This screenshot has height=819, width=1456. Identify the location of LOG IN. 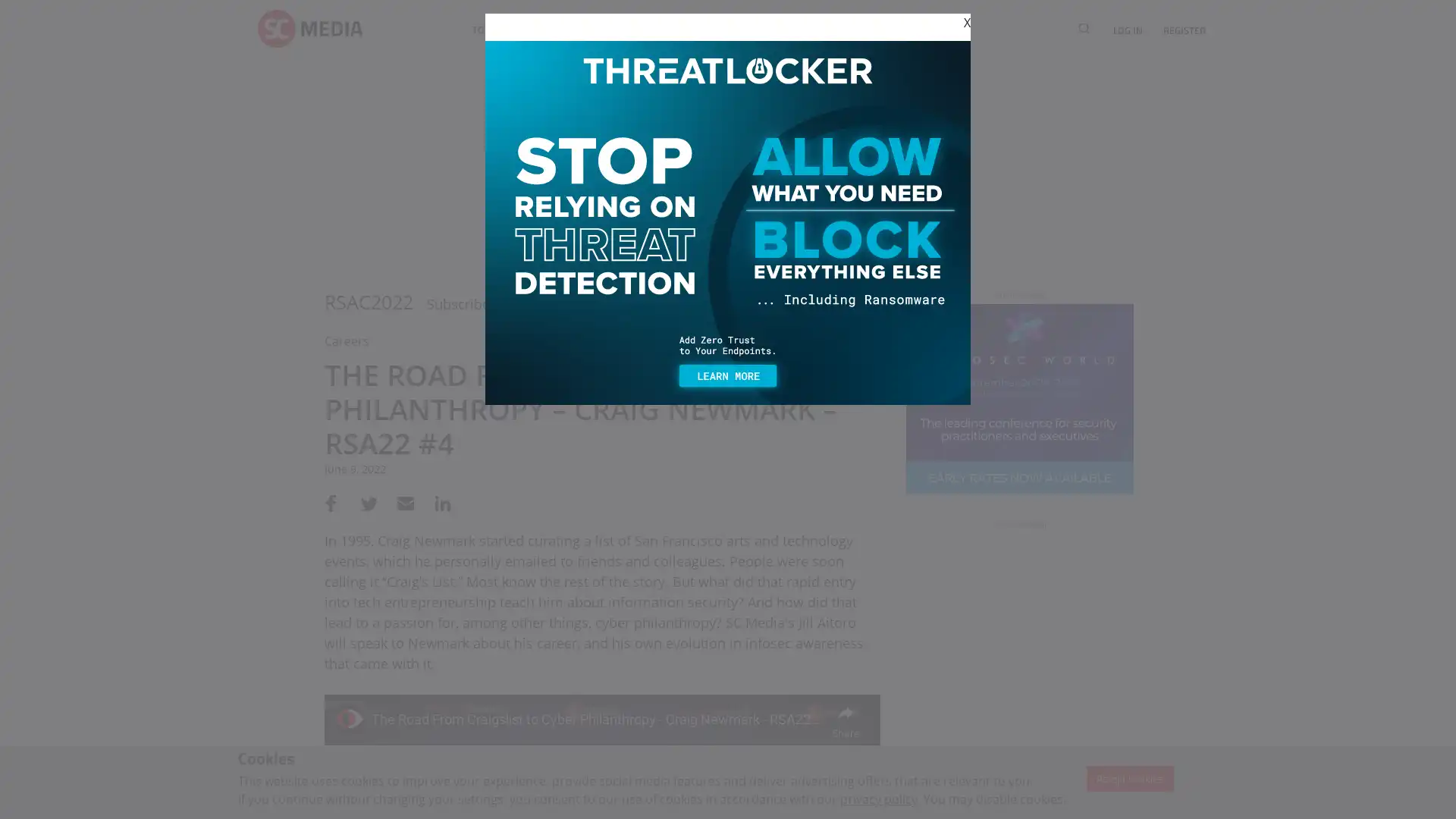
(1128, 30).